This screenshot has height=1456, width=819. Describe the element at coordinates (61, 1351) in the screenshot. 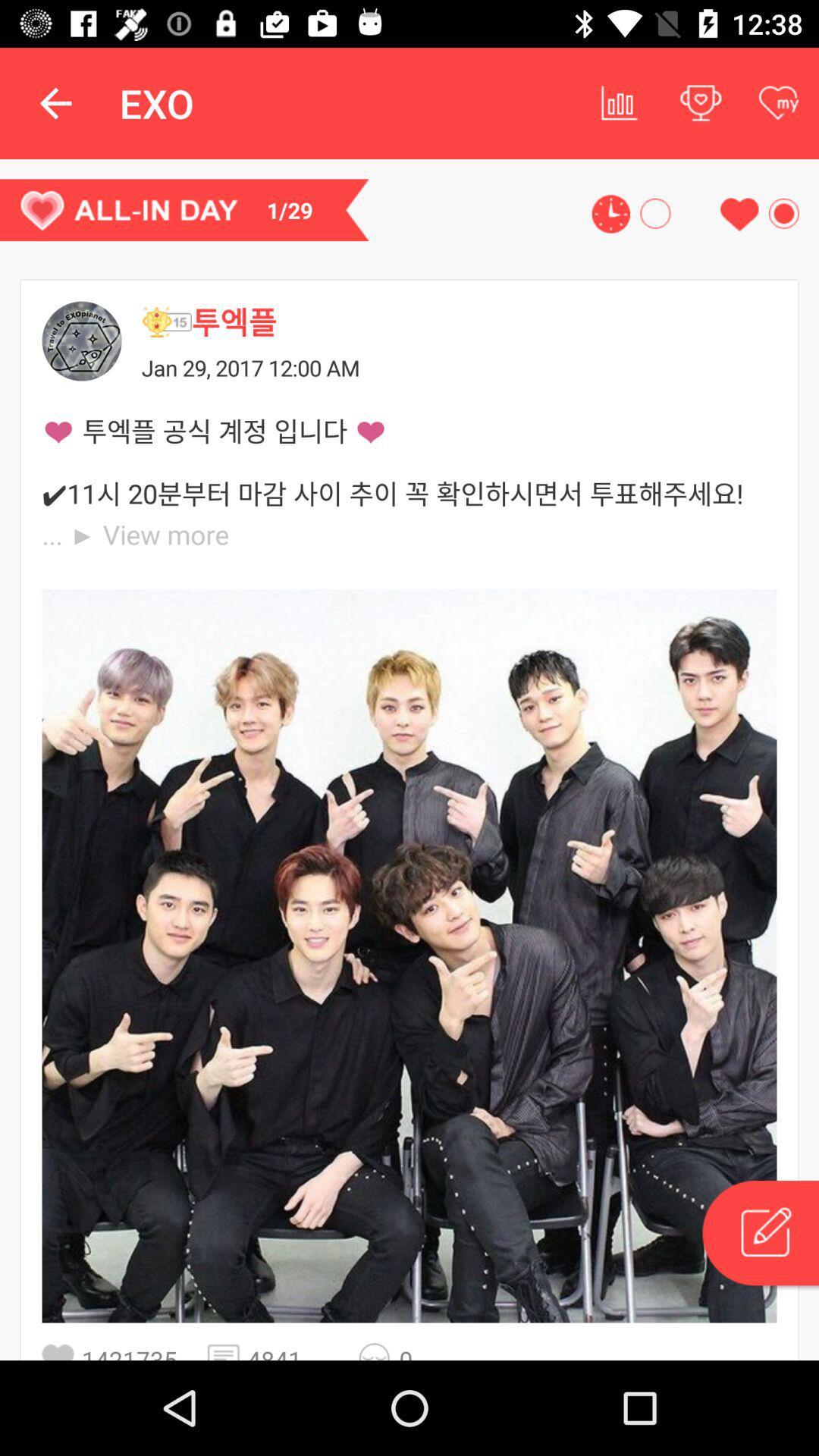

I see `item to the left of 1421735 icon` at that location.